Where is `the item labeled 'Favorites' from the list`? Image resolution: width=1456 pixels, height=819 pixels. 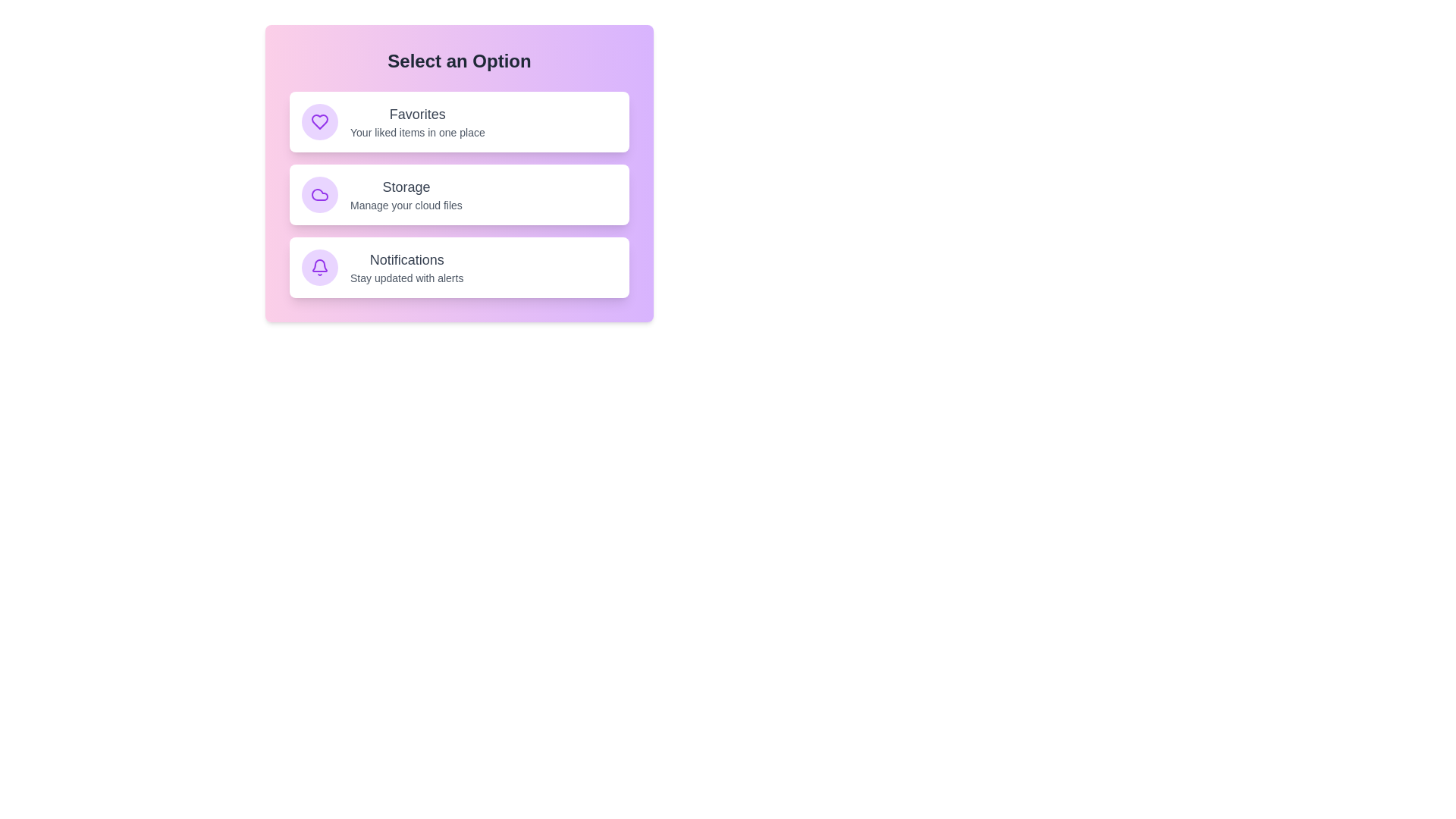
the item labeled 'Favorites' from the list is located at coordinates (458, 121).